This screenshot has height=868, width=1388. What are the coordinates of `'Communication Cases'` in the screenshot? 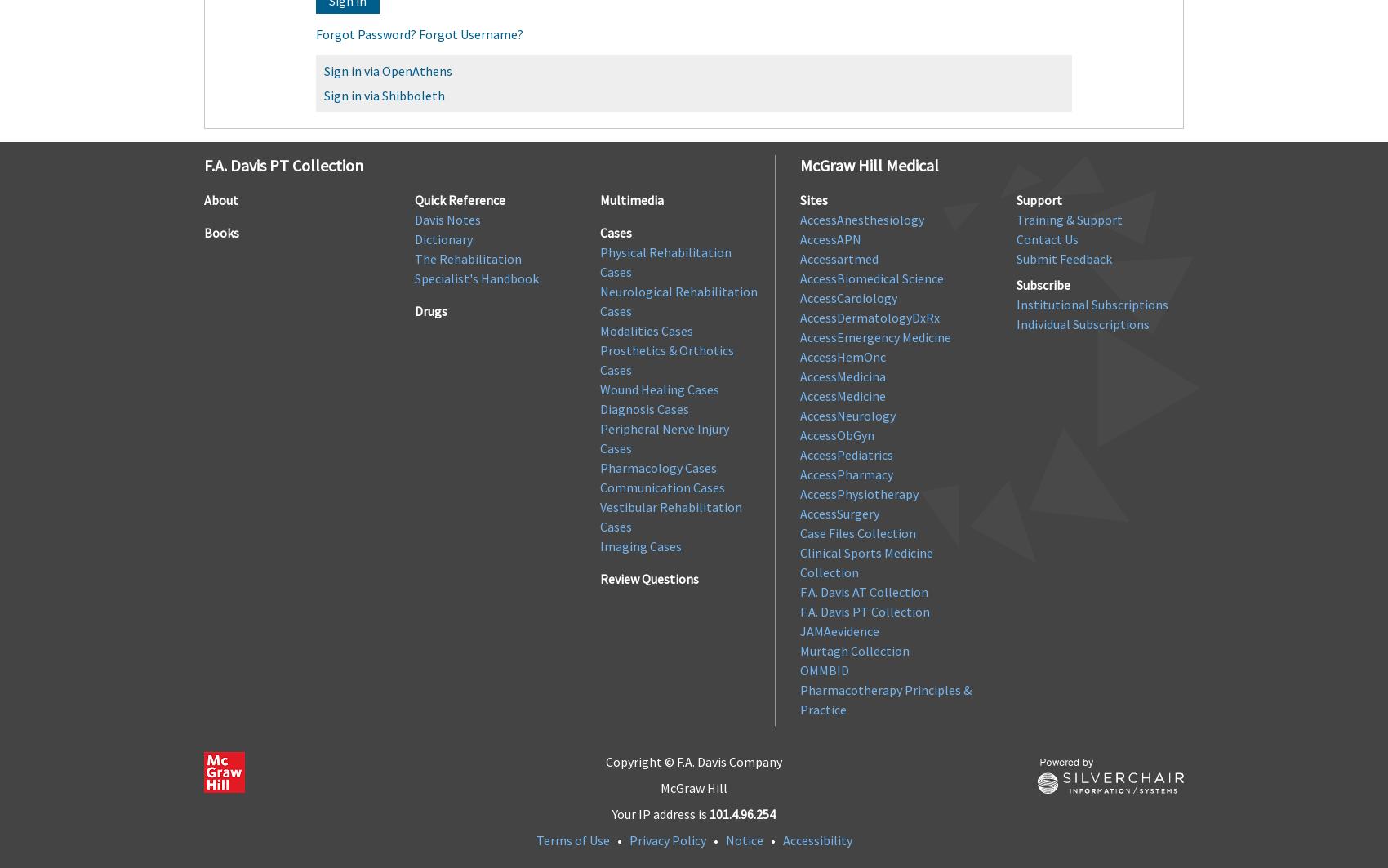 It's located at (661, 486).